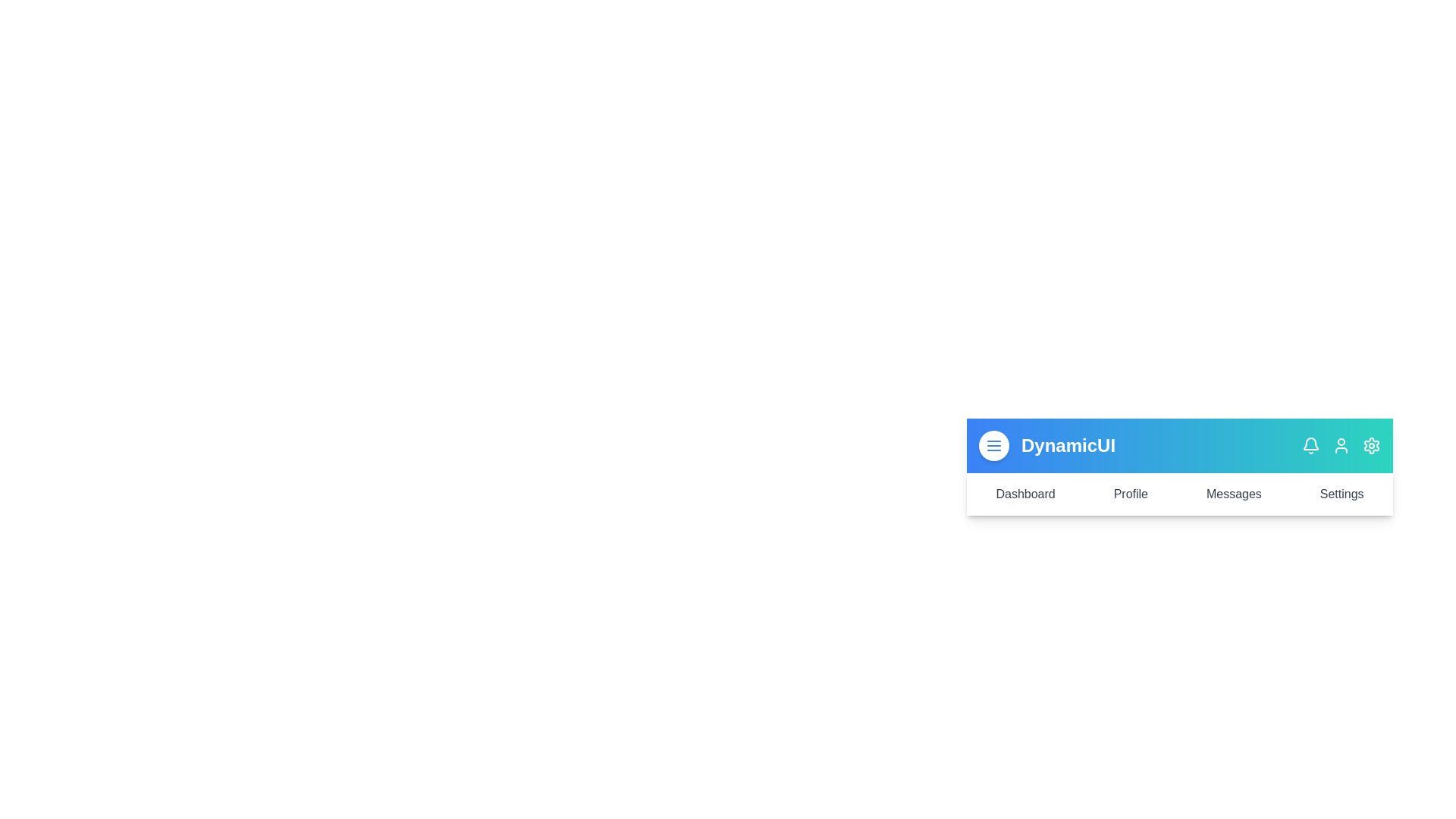 This screenshot has width=1456, height=819. Describe the element at coordinates (1341, 494) in the screenshot. I see `the 'Settings' menu item in the app bar` at that location.